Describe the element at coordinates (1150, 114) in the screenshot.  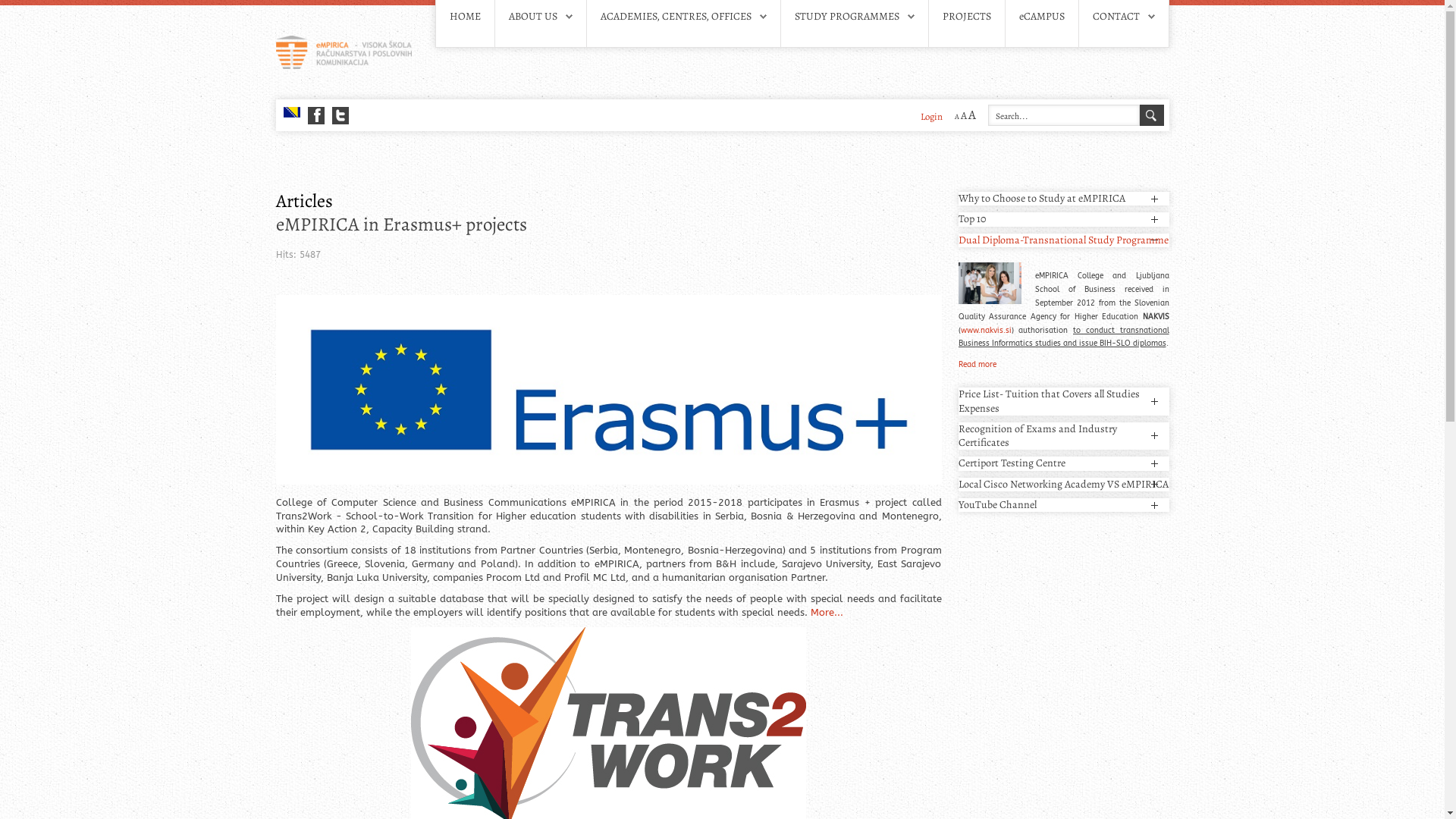
I see `'Find'` at that location.